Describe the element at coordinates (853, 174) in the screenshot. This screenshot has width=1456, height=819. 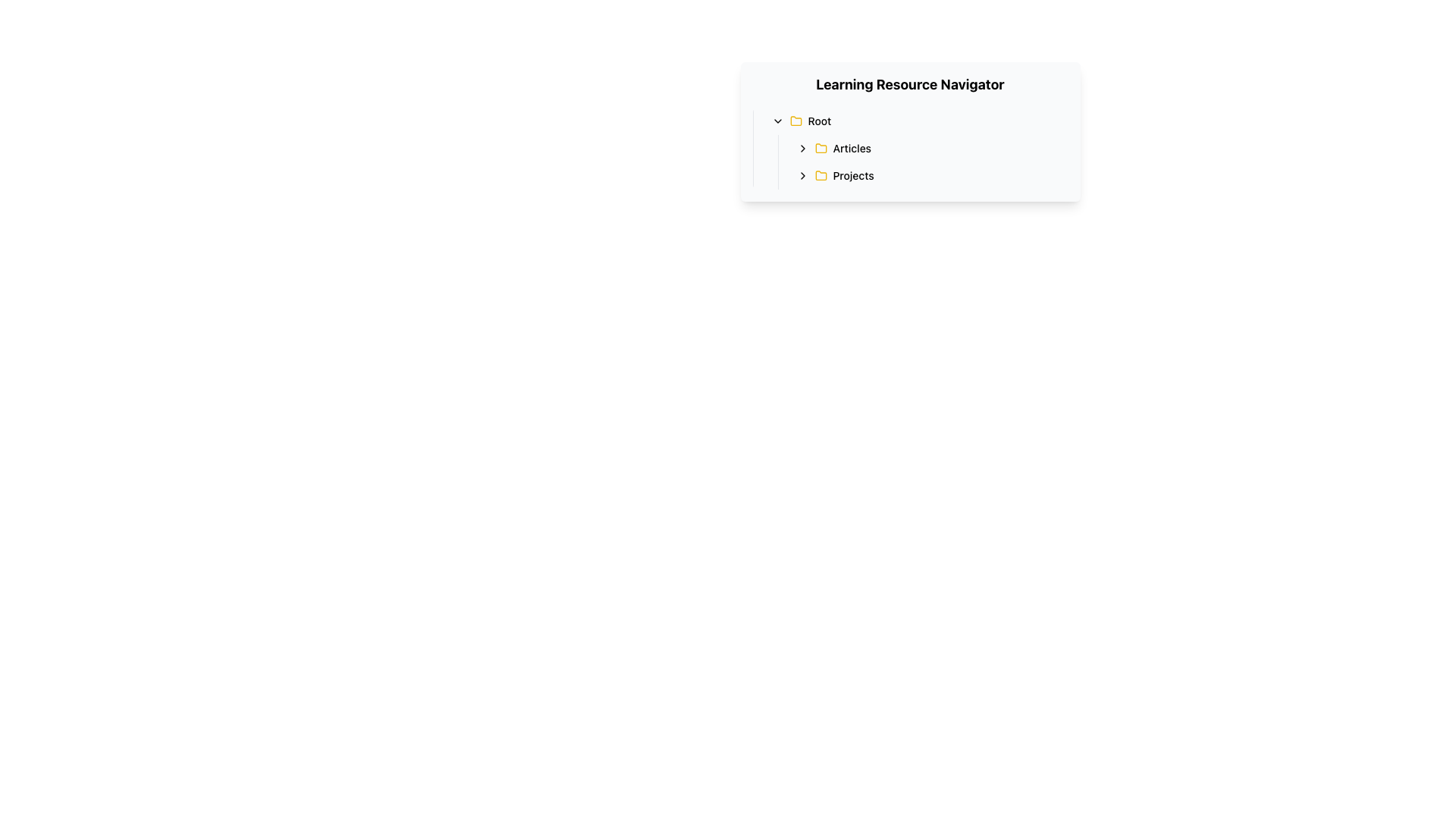
I see `the text label displaying 'Projects' which is part of a navigational list, located towards the right side of several children elements` at that location.